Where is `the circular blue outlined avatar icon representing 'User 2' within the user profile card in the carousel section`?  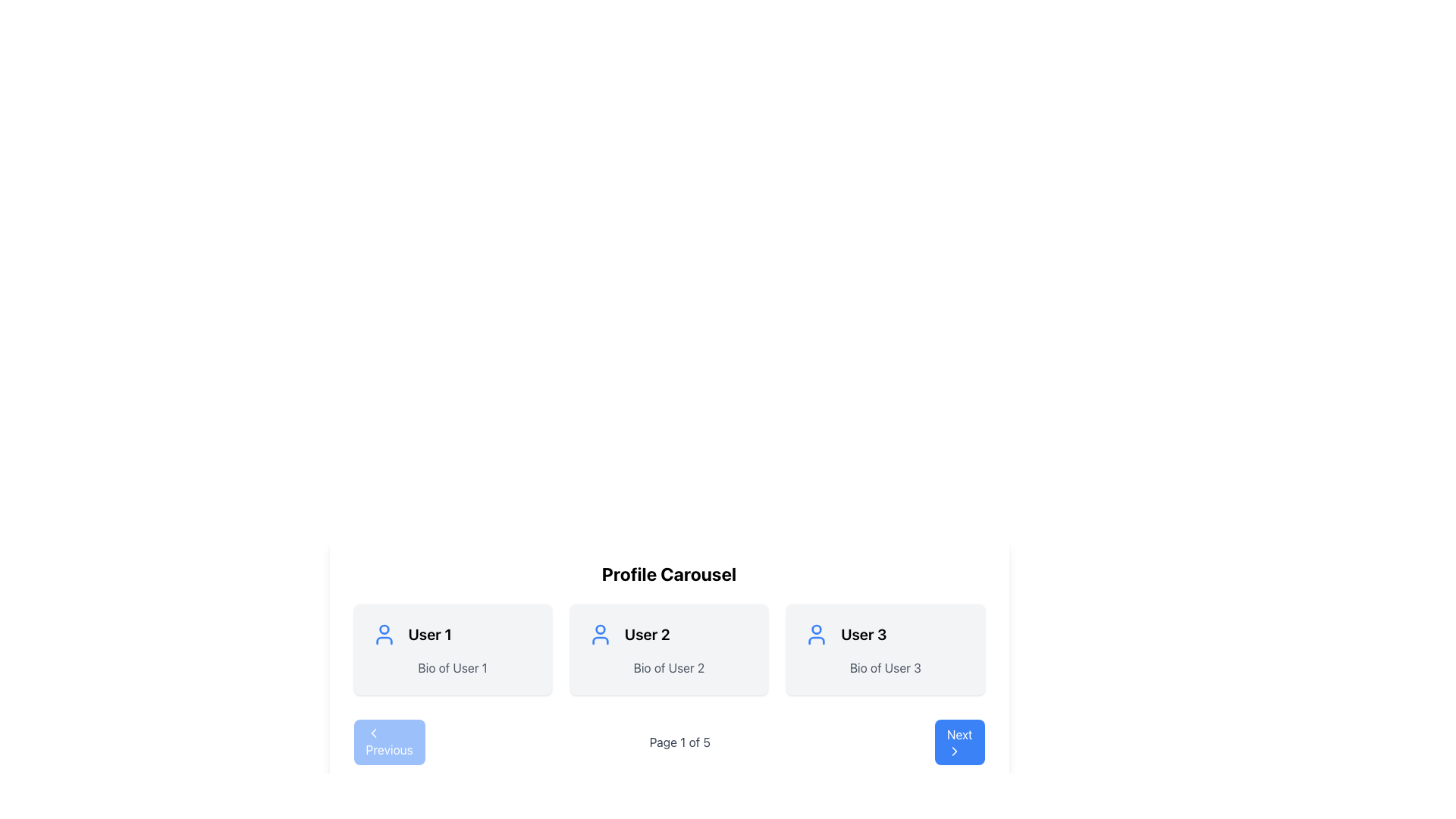
the circular blue outlined avatar icon representing 'User 2' within the user profile card in the carousel section is located at coordinates (599, 629).